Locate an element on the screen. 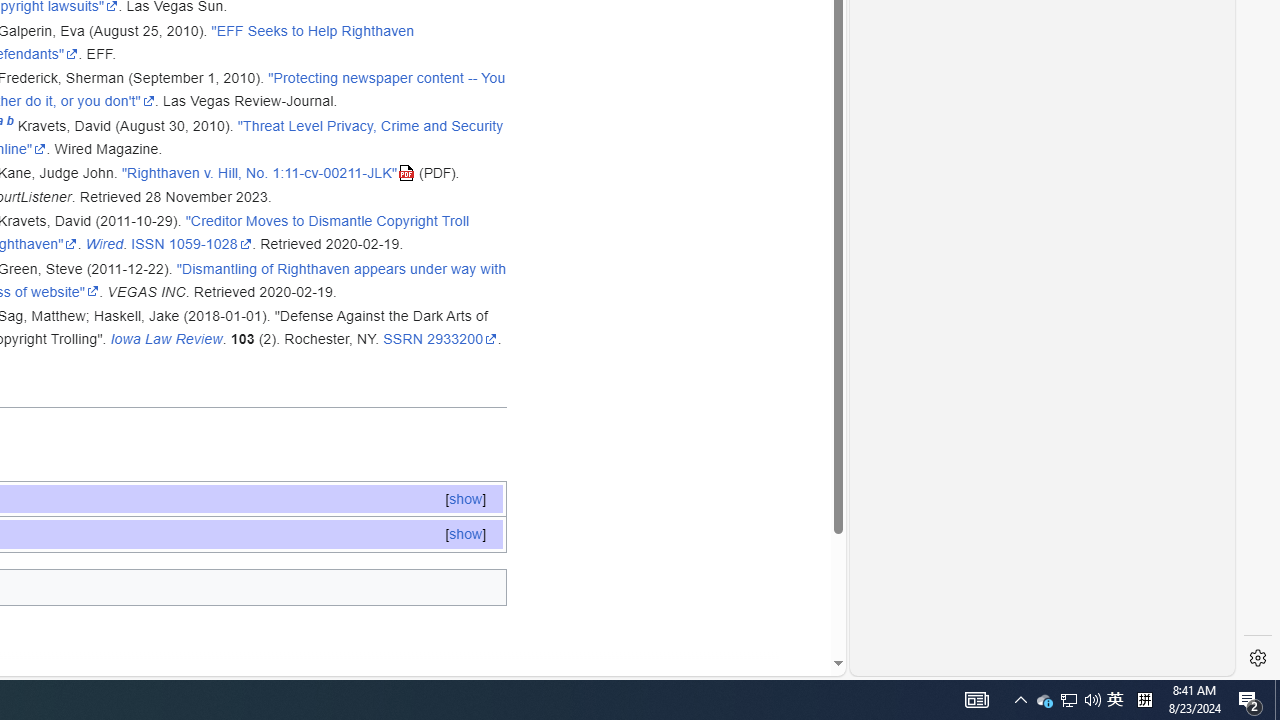 The height and width of the screenshot is (720, 1280). 'Iowa Law Review' is located at coordinates (166, 338).